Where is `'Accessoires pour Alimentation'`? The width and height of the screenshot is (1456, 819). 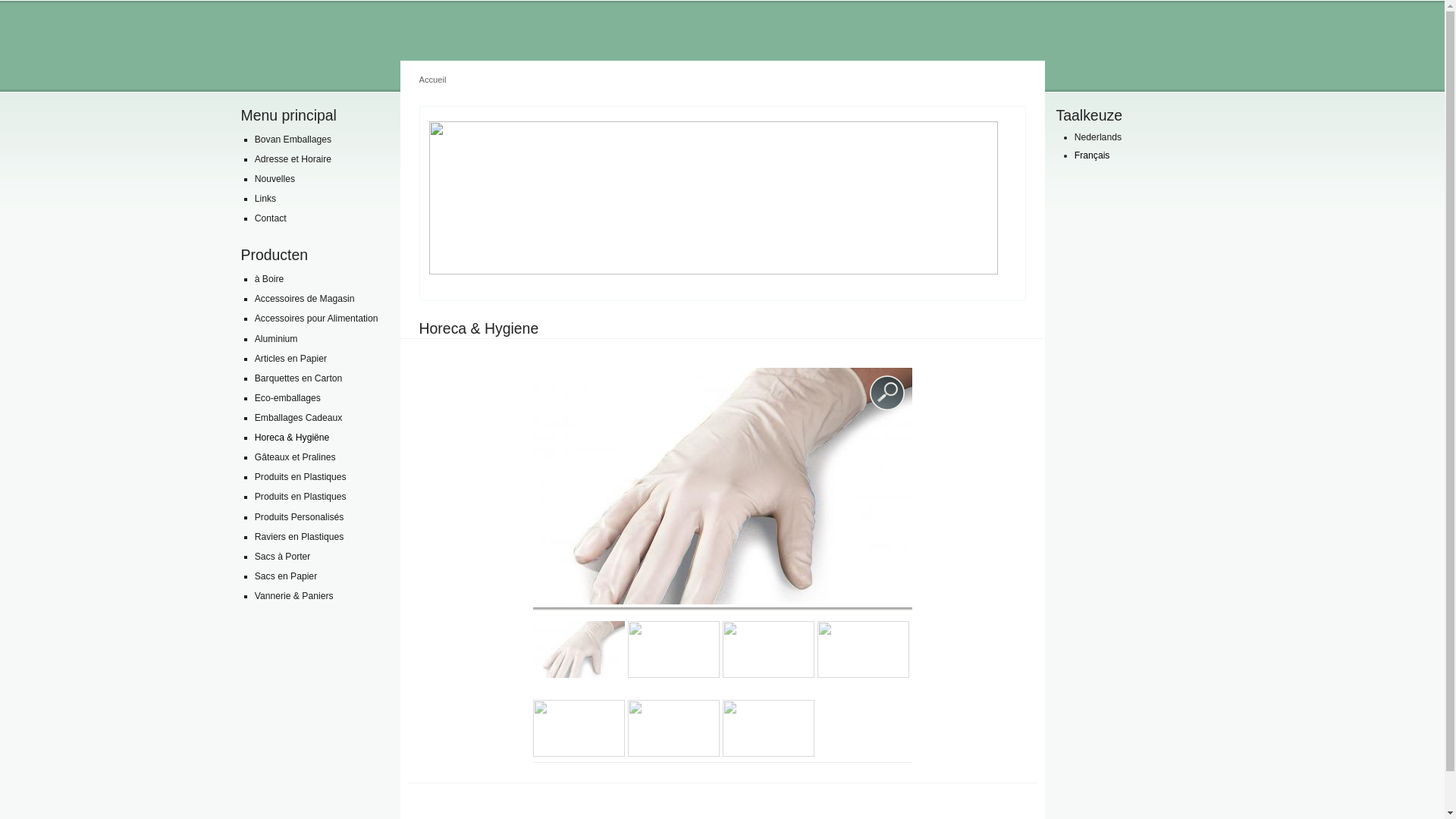
'Accessoires pour Alimentation' is located at coordinates (318, 318).